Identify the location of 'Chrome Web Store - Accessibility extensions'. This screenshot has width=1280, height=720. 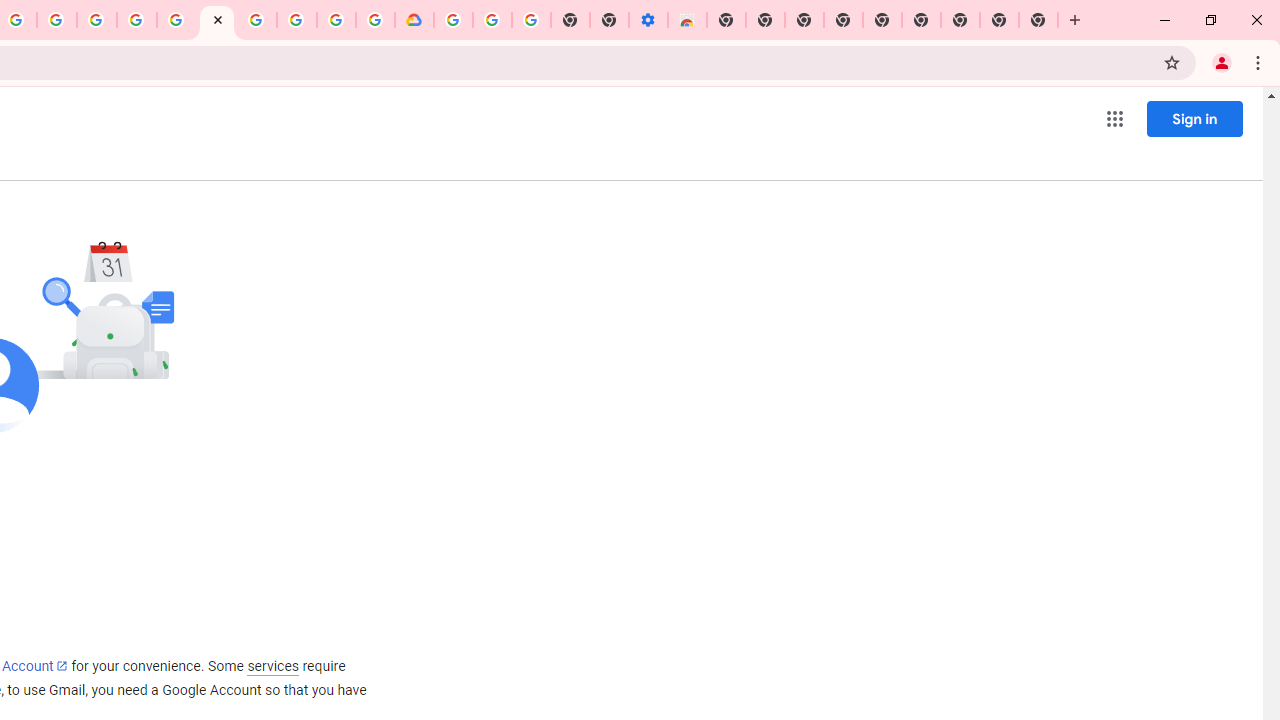
(687, 20).